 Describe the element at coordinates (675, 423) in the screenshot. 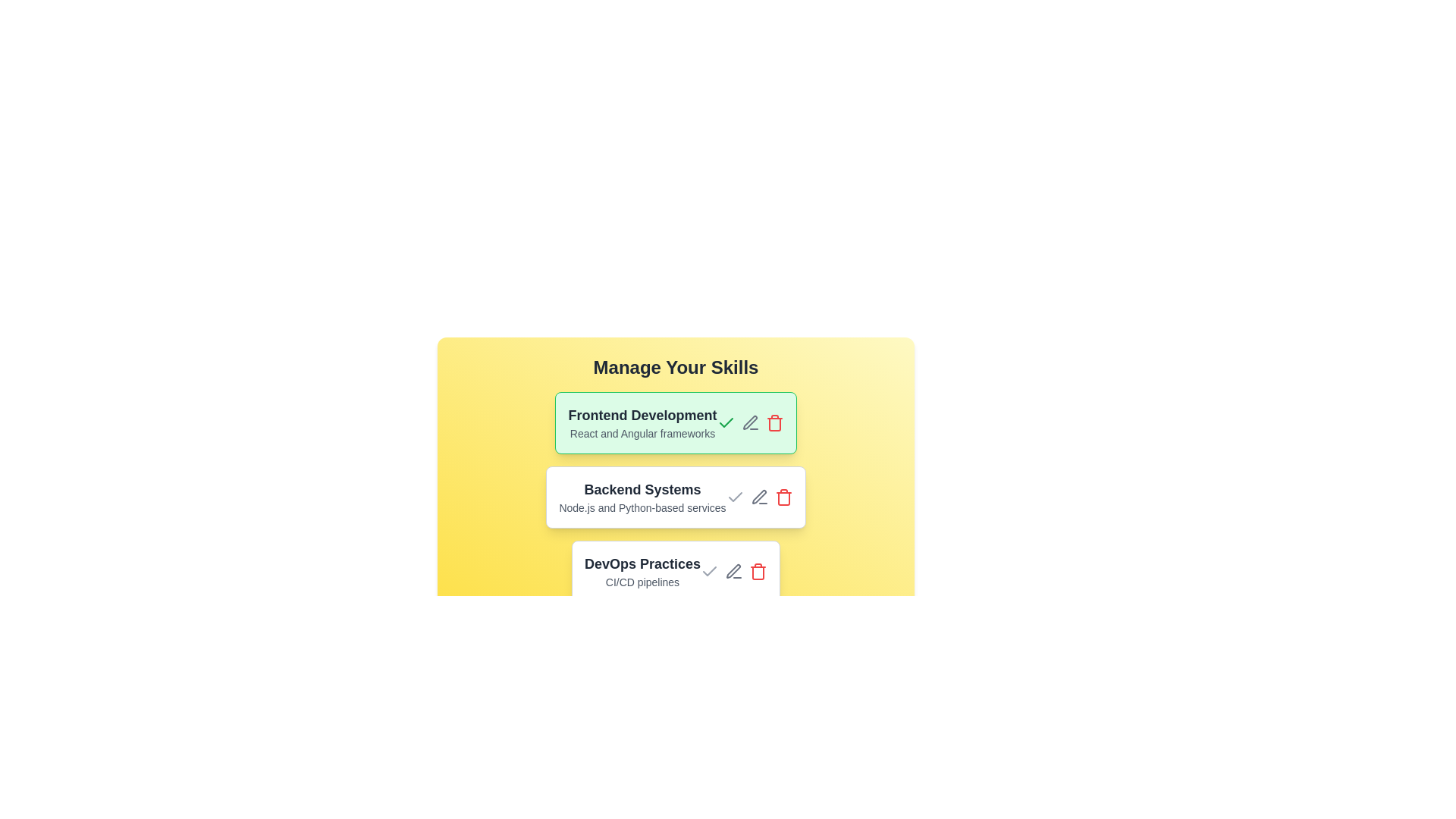

I see `the item labeled Frontend Development by clicking on it` at that location.